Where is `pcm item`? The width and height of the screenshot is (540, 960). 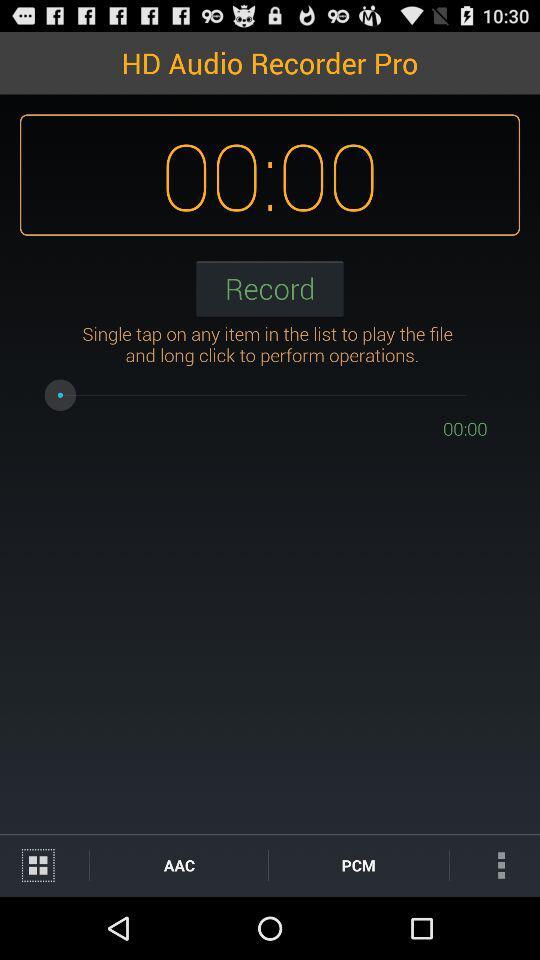 pcm item is located at coordinates (357, 864).